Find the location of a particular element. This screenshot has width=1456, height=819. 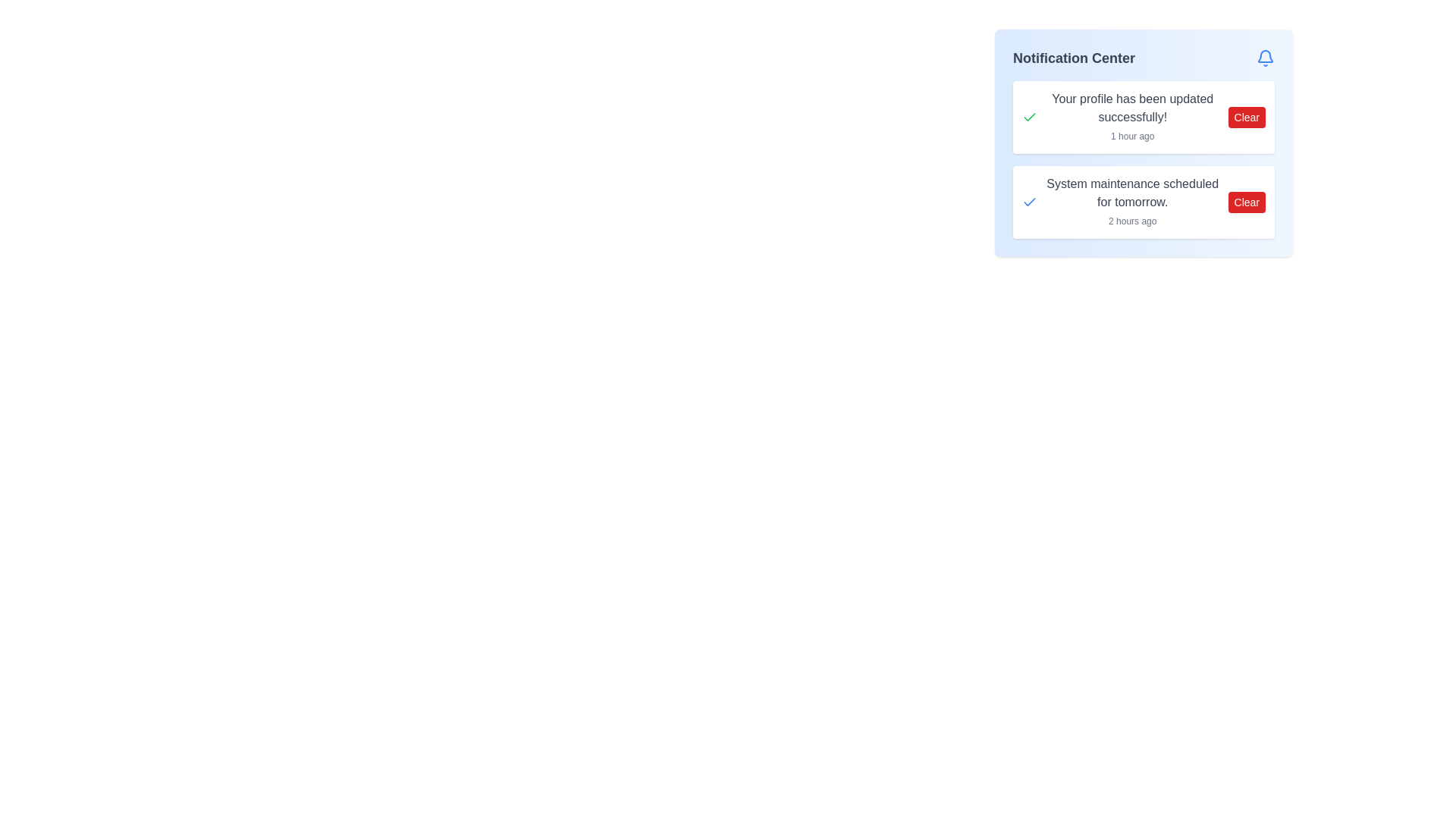

the notification bell icon located in the top-right corner of the 'Notification Center' is located at coordinates (1266, 58).